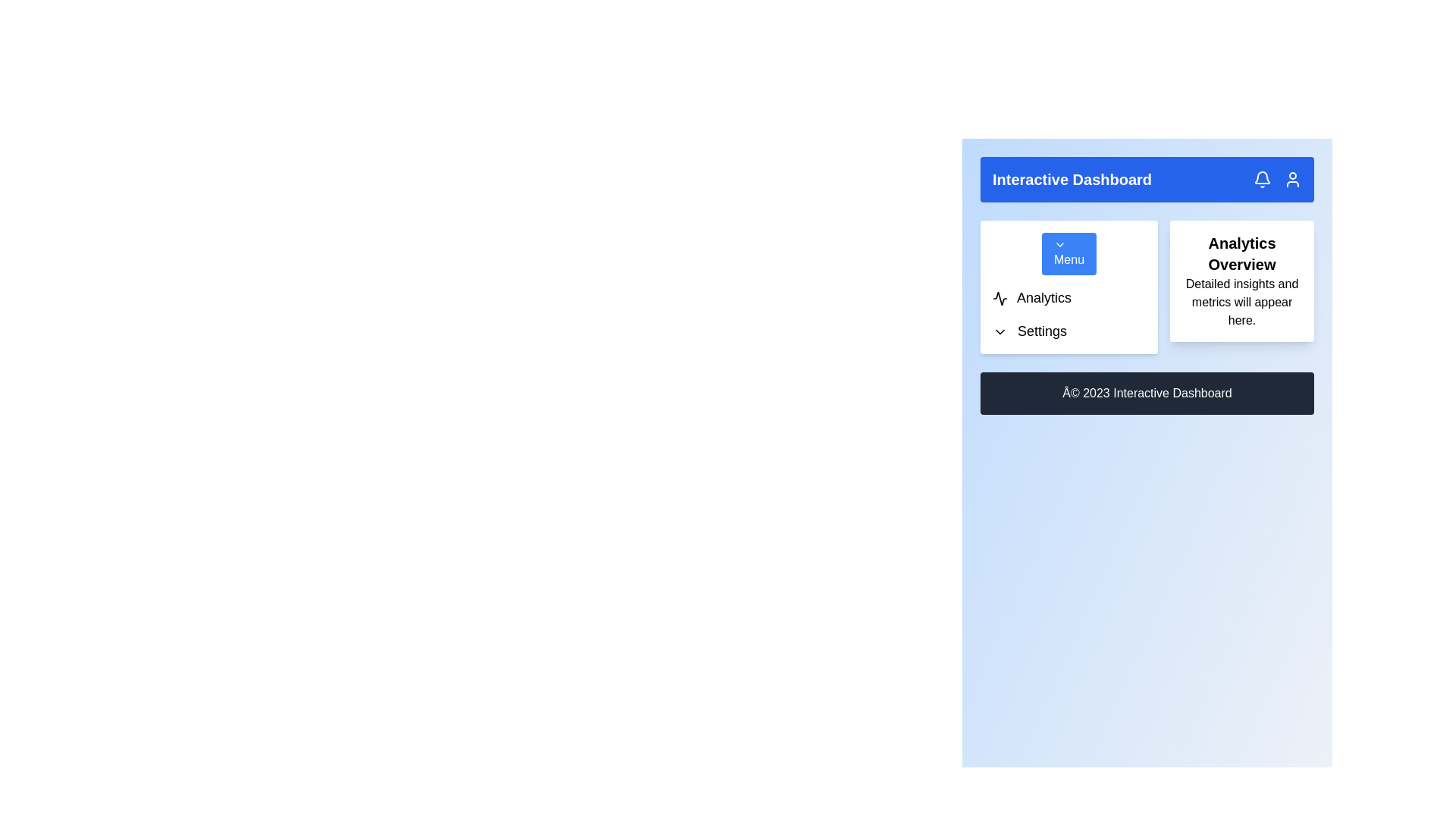  I want to click on the notifications bell icon located in the top bar near the right-hand side of the interface, adjacent to the user profile icon, so click(1263, 178).